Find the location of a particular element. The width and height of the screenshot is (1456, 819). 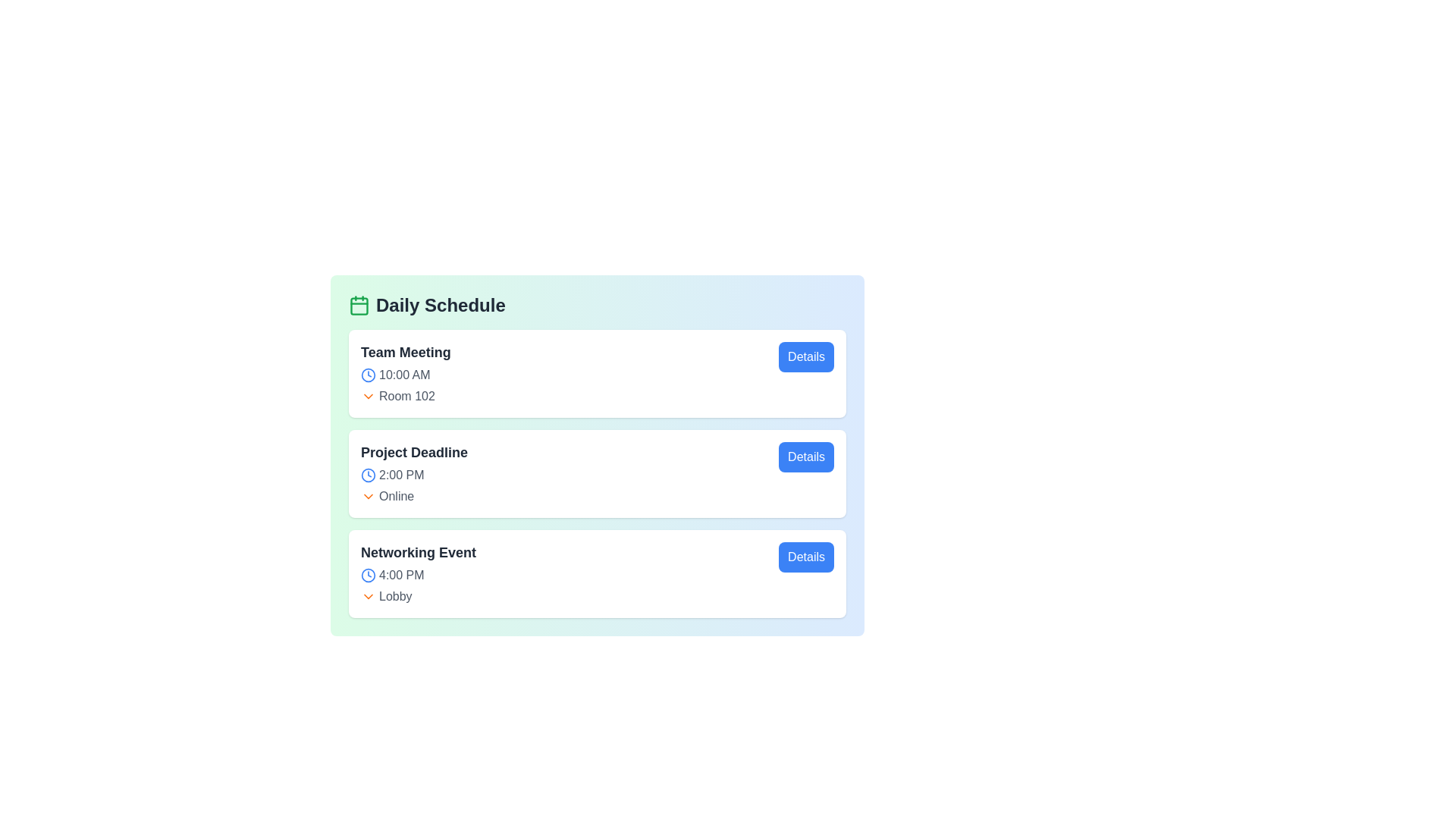

the 'Details' button located on the right side of the 'Networking Event' card in the 'Daily Schedule' list is located at coordinates (805, 557).